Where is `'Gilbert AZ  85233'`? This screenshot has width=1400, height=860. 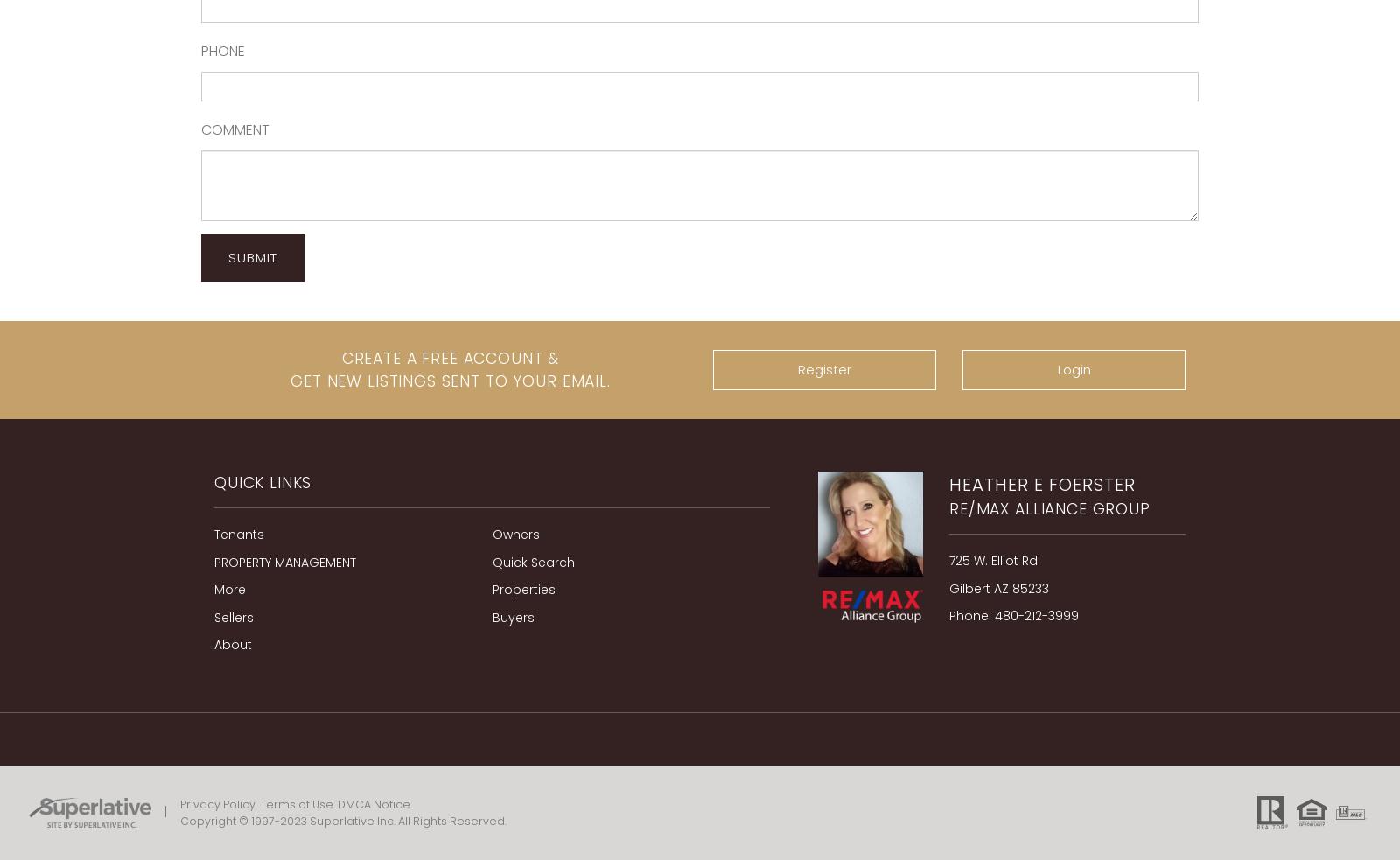
'Gilbert AZ  85233' is located at coordinates (998, 586).